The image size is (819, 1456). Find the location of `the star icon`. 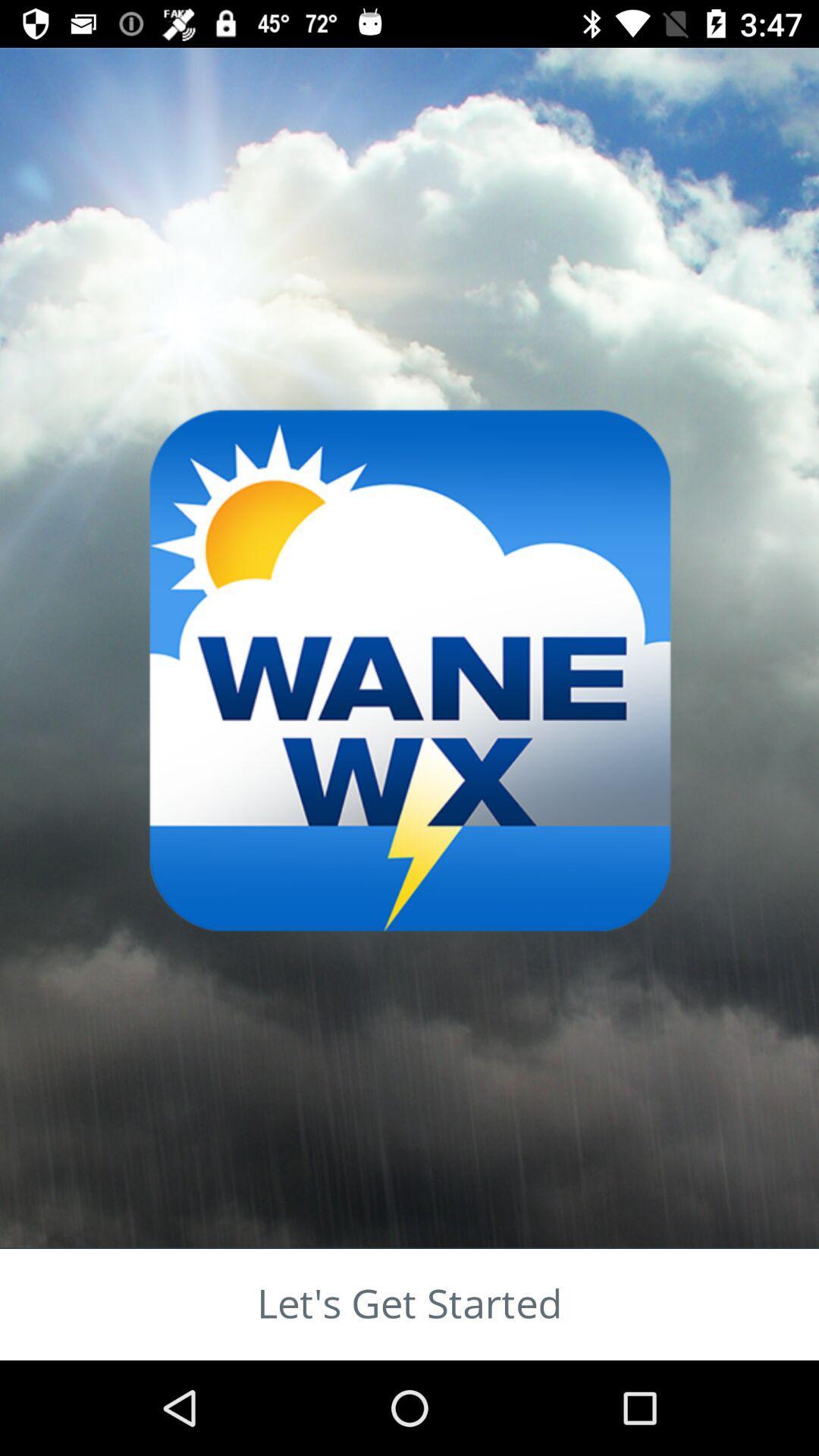

the star icon is located at coordinates (99, 182).